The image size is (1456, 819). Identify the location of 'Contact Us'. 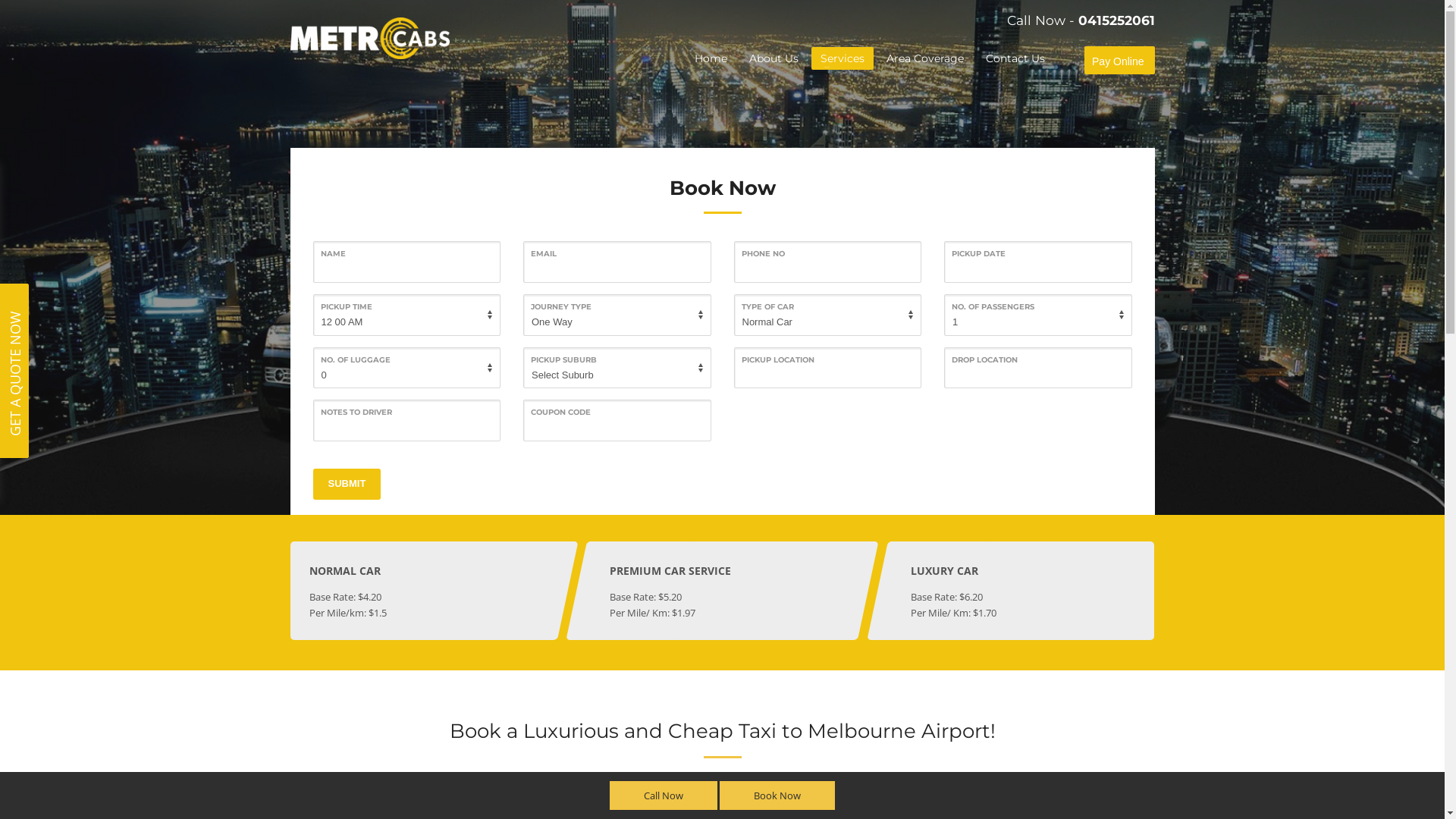
(1015, 58).